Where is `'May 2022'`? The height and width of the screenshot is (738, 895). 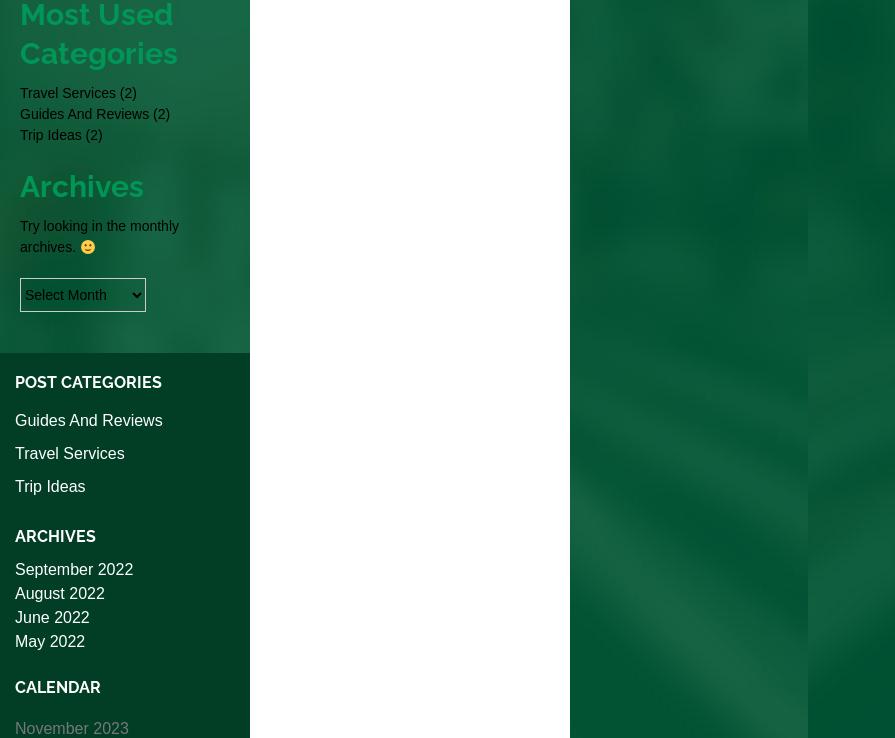
'May 2022' is located at coordinates (50, 641).